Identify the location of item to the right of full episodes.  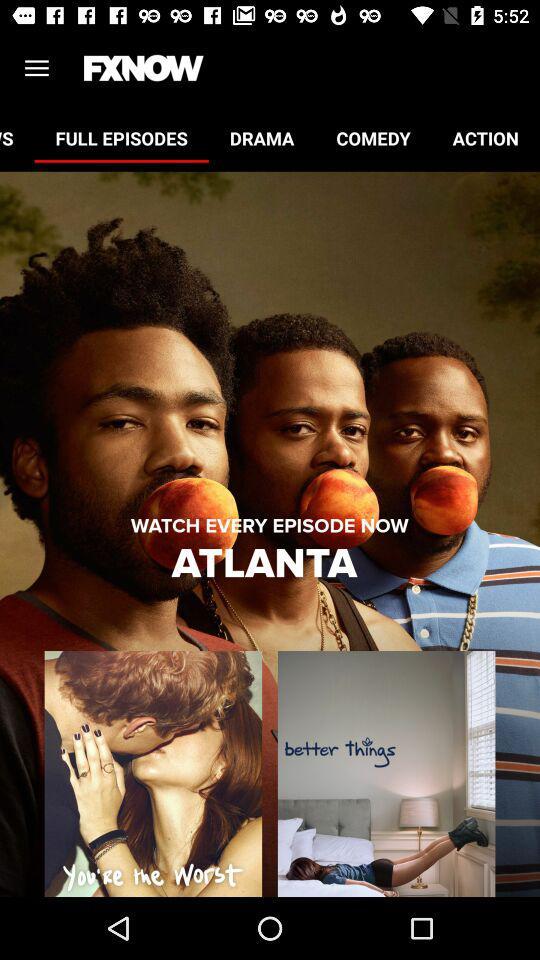
(262, 137).